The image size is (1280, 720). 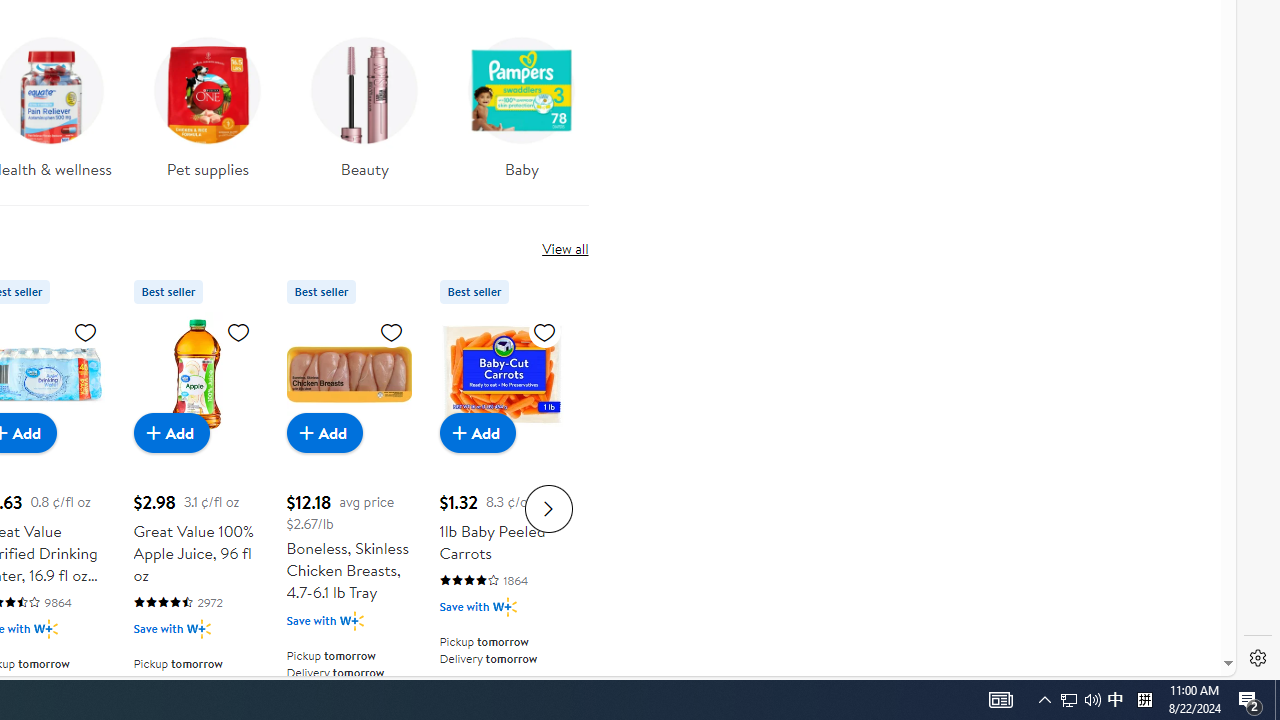 I want to click on 'Pet supplies', so click(x=208, y=101).